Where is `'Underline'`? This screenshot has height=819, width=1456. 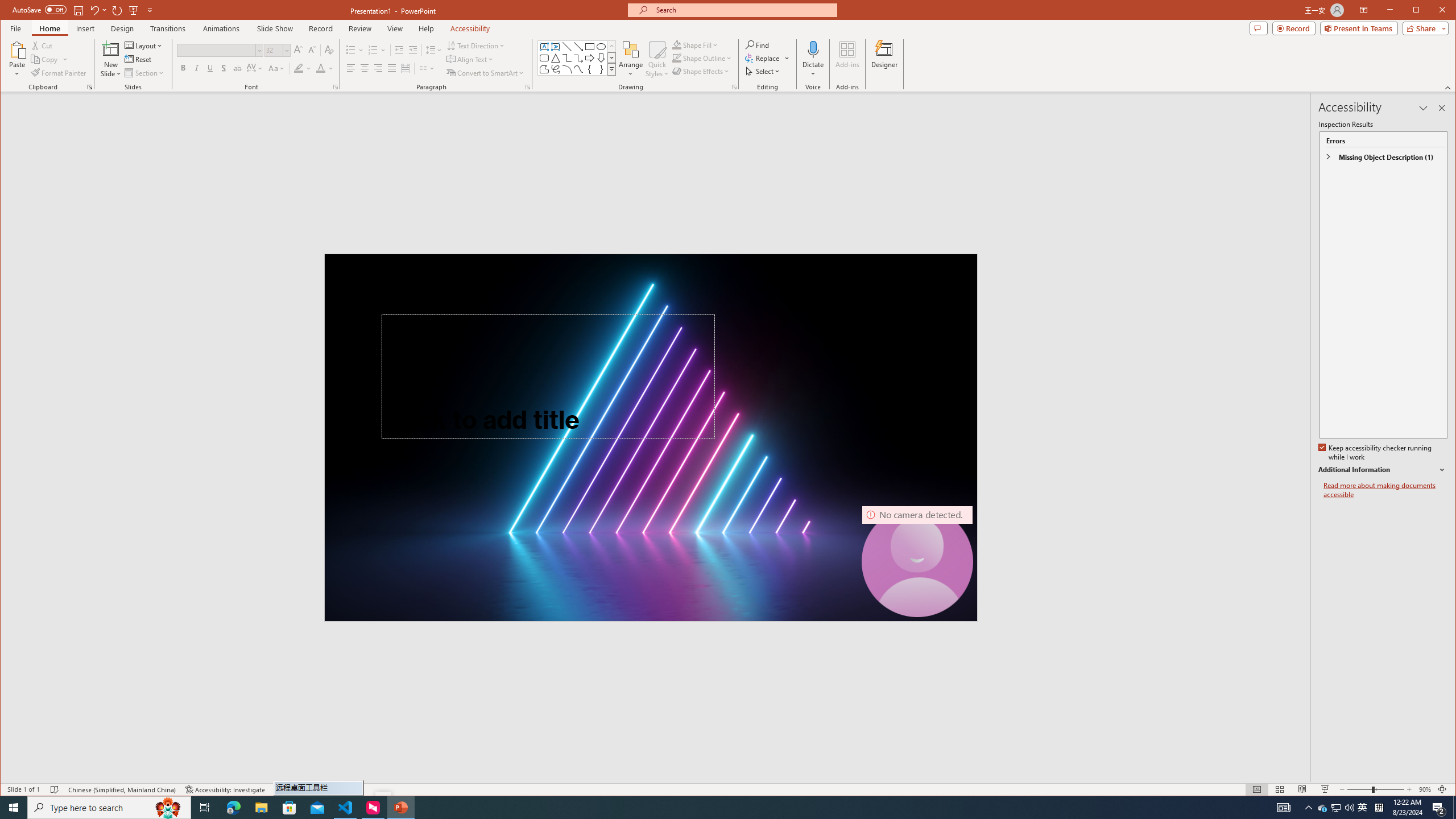 'Underline' is located at coordinates (209, 68).